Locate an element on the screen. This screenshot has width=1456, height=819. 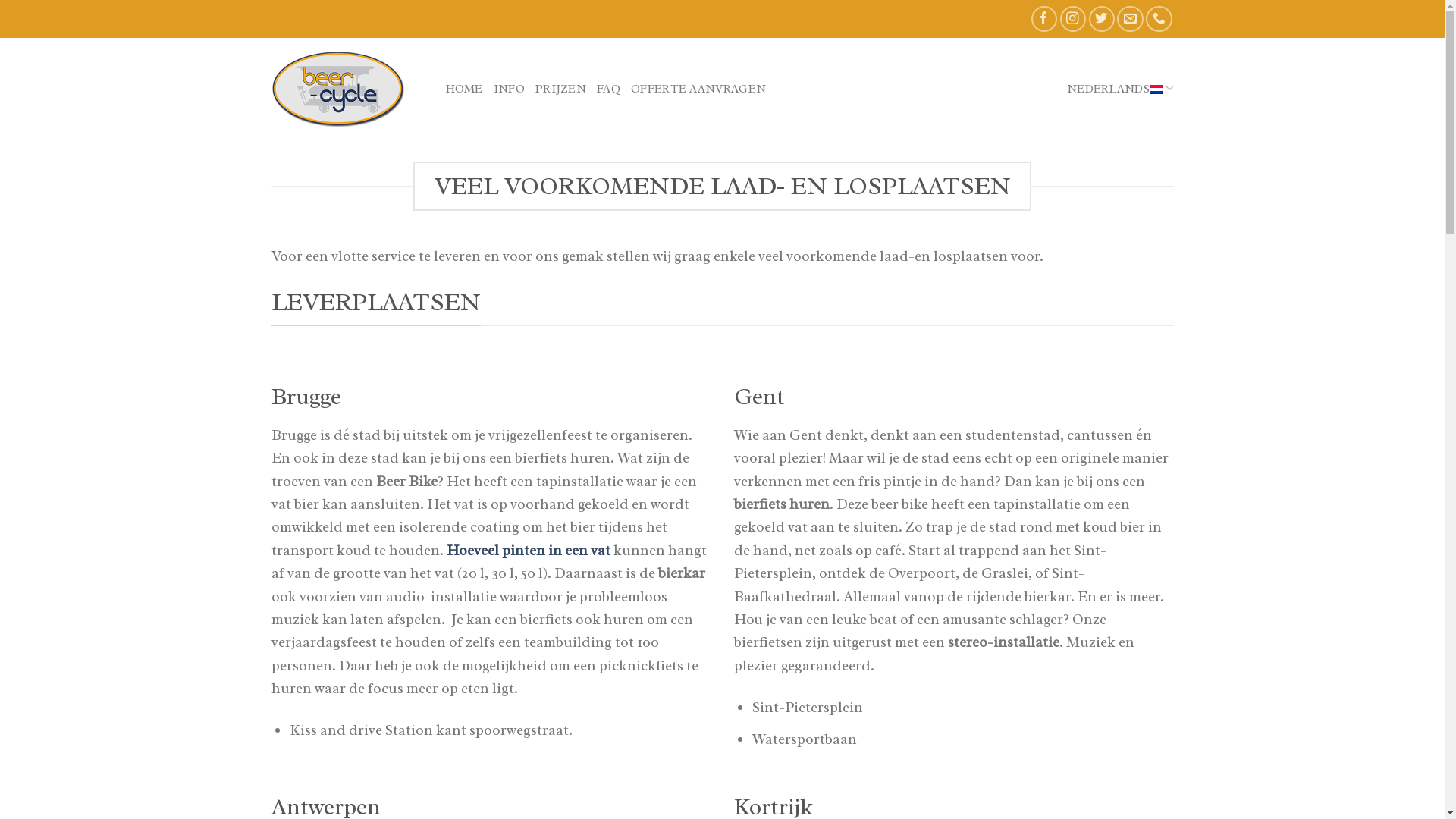
'Stuur ons een e-mail' is located at coordinates (1130, 19).